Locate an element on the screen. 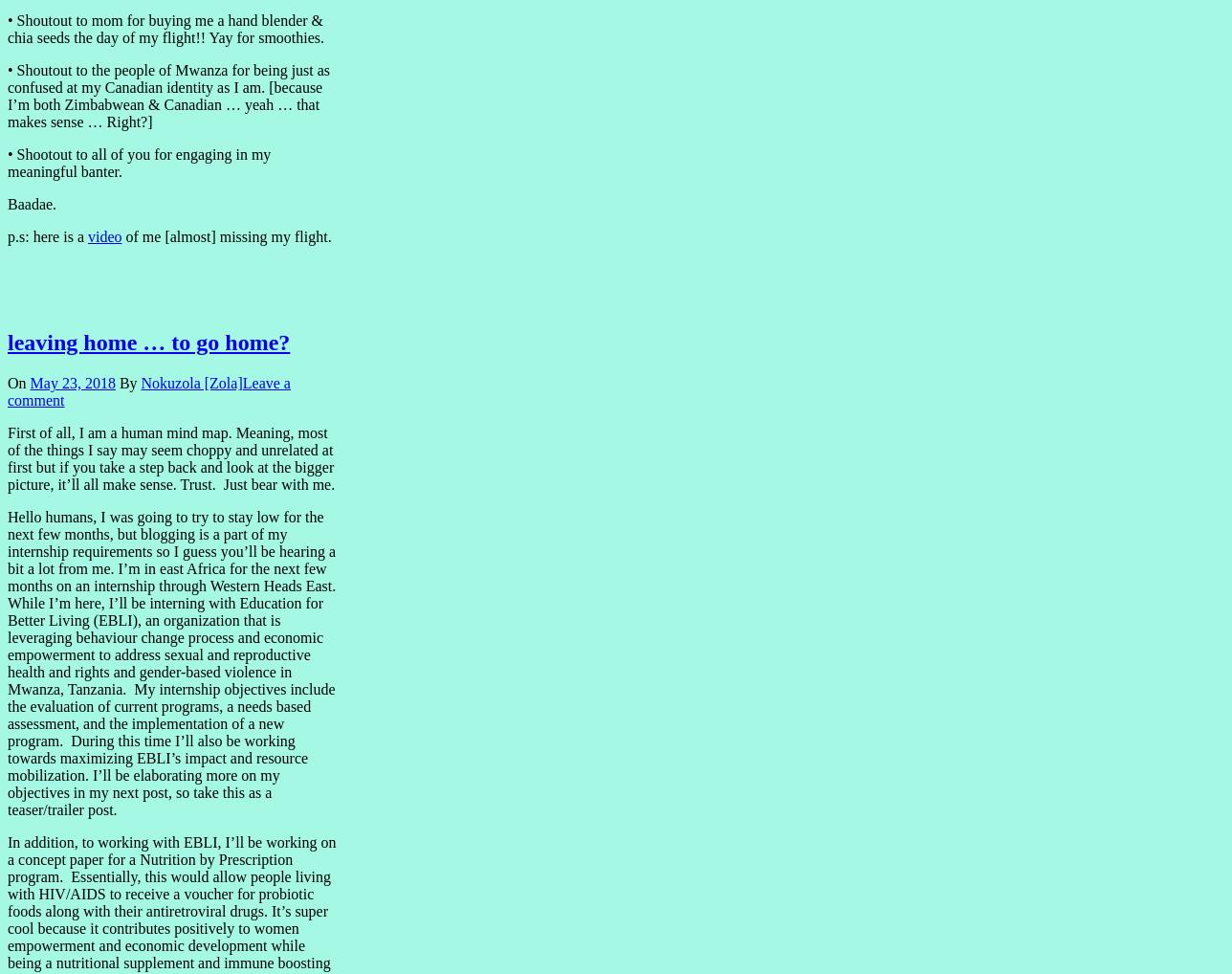  'video' is located at coordinates (103, 235).